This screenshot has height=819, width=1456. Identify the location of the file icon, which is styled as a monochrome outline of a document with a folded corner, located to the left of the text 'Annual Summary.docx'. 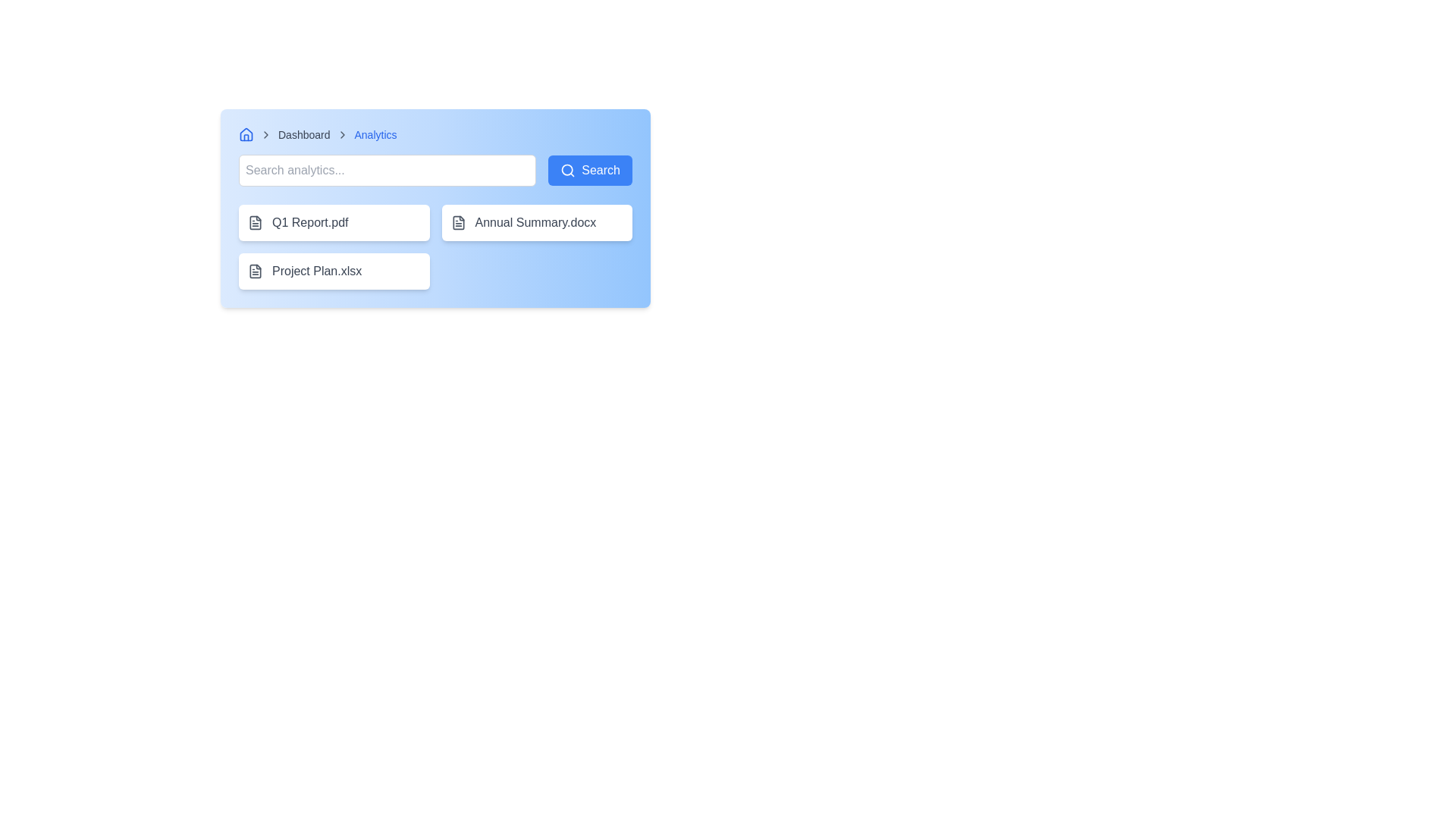
(457, 222).